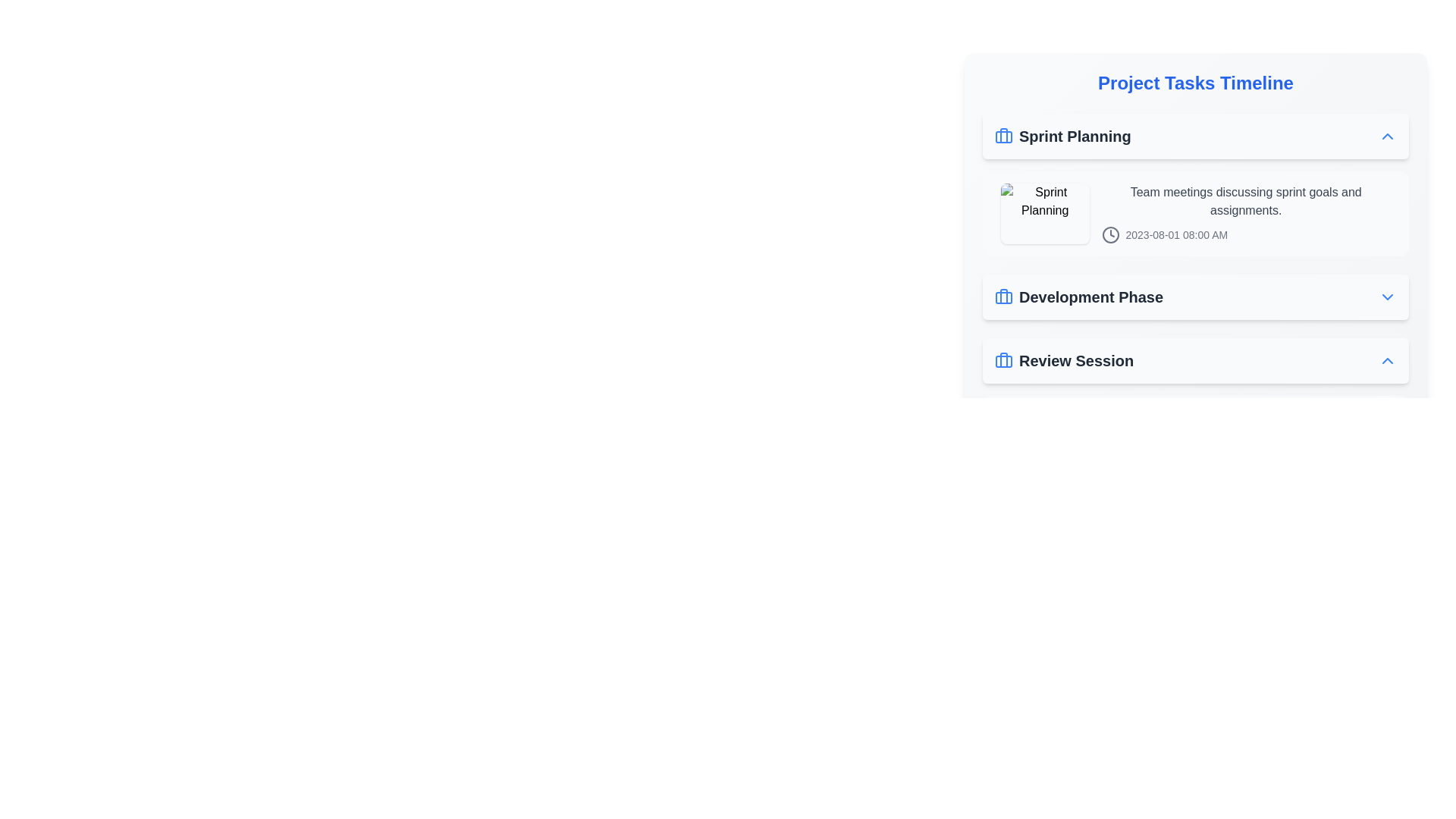 The width and height of the screenshot is (1456, 819). Describe the element at coordinates (1044, 213) in the screenshot. I see `the decorative image representing the 'Sprint Planning' meeting, which is located in the first column of the grid layout, aligned with the meeting heading` at that location.